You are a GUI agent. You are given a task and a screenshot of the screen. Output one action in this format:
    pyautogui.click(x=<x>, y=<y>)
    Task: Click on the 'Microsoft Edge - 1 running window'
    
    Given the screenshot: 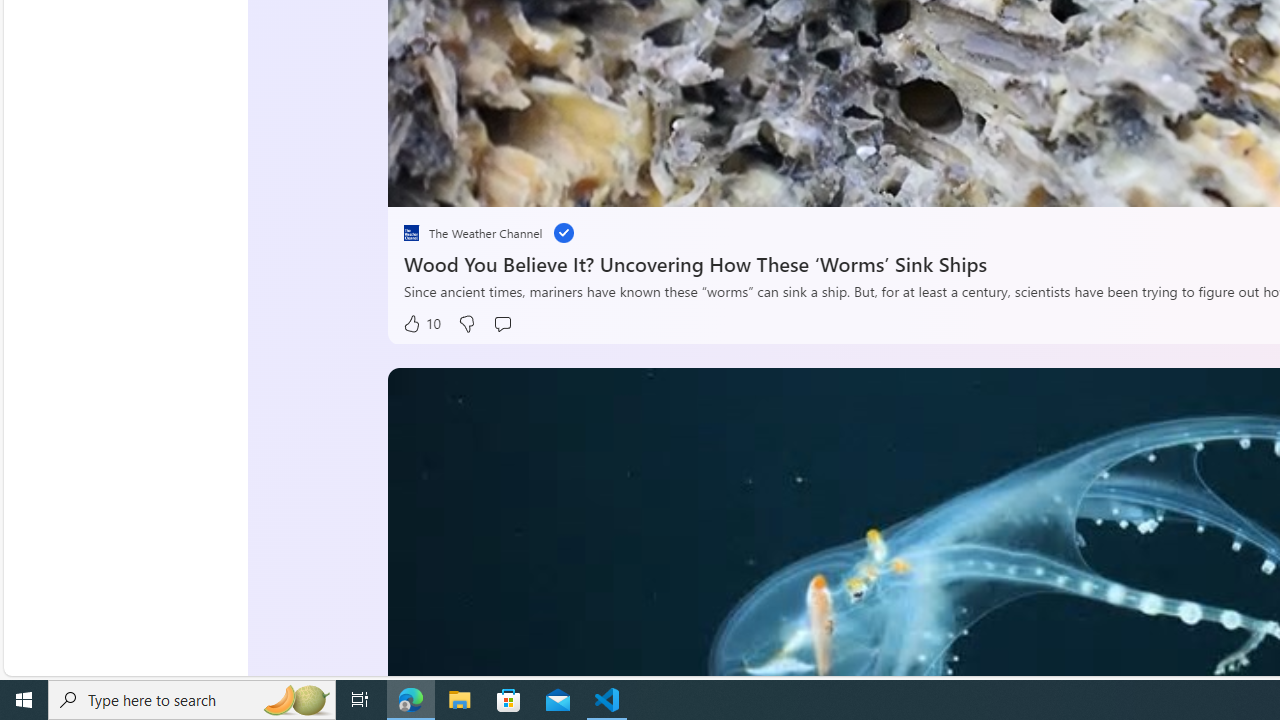 What is the action you would take?
    pyautogui.click(x=410, y=698)
    